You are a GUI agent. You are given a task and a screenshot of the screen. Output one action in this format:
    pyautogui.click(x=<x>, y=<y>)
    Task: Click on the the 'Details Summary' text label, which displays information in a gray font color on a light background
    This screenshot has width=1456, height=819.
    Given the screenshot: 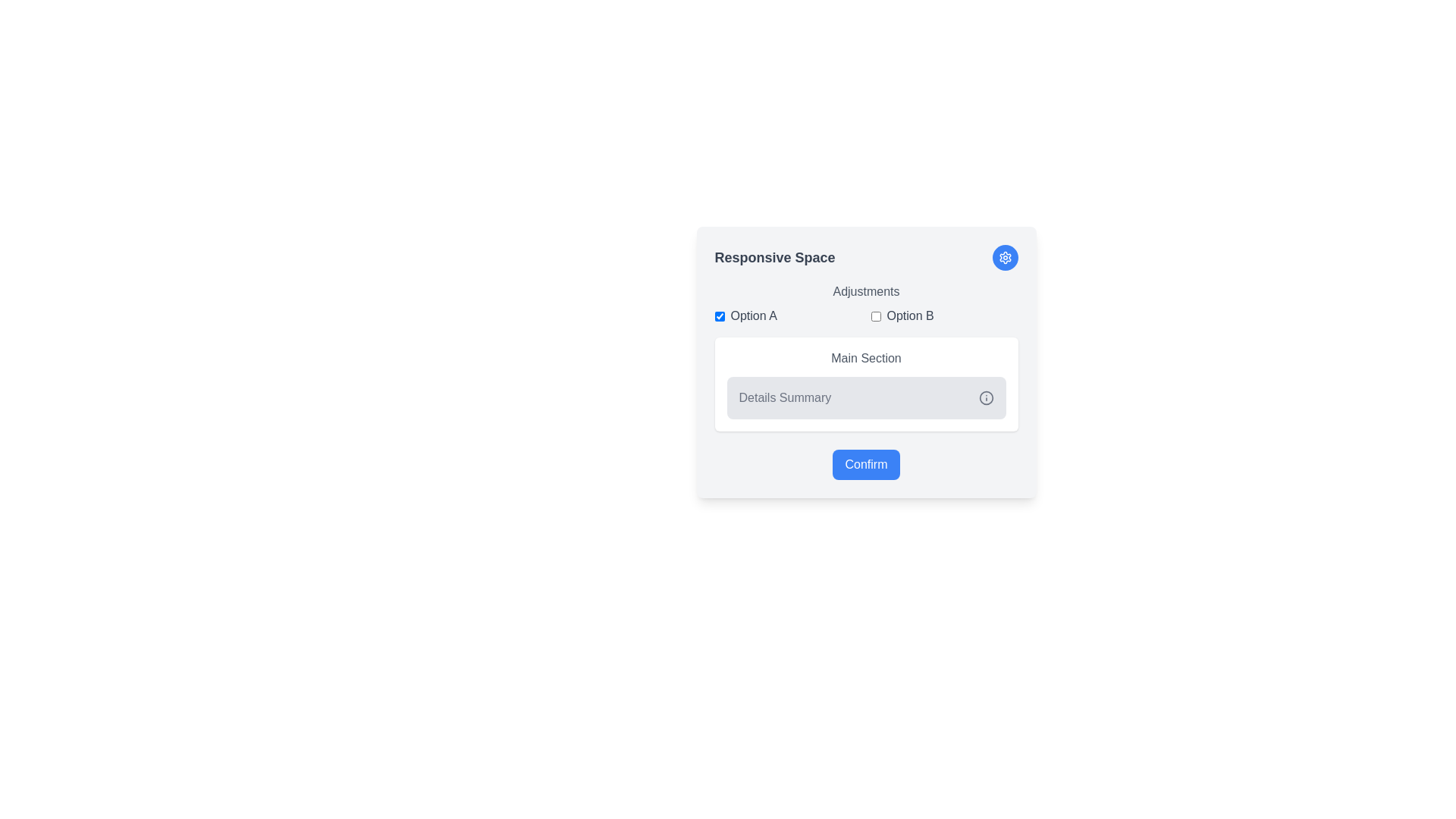 What is the action you would take?
    pyautogui.click(x=785, y=397)
    